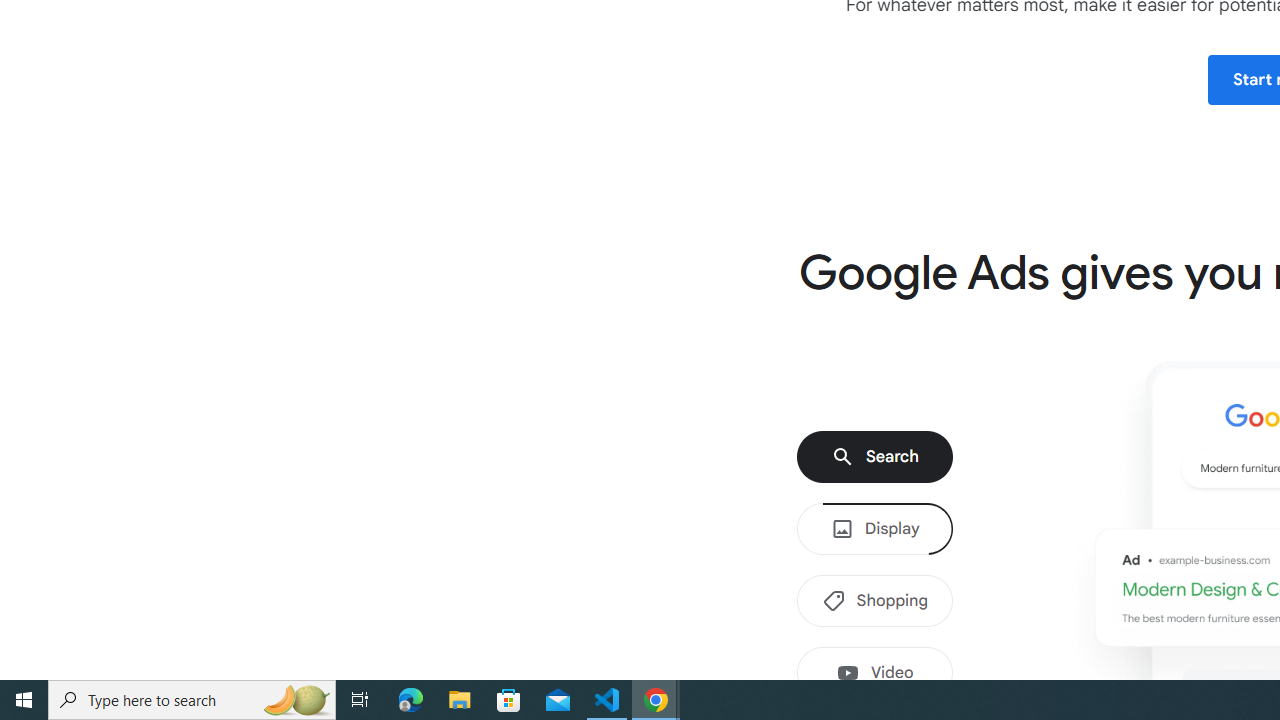 This screenshot has width=1280, height=720. I want to click on 'Display', so click(874, 528).